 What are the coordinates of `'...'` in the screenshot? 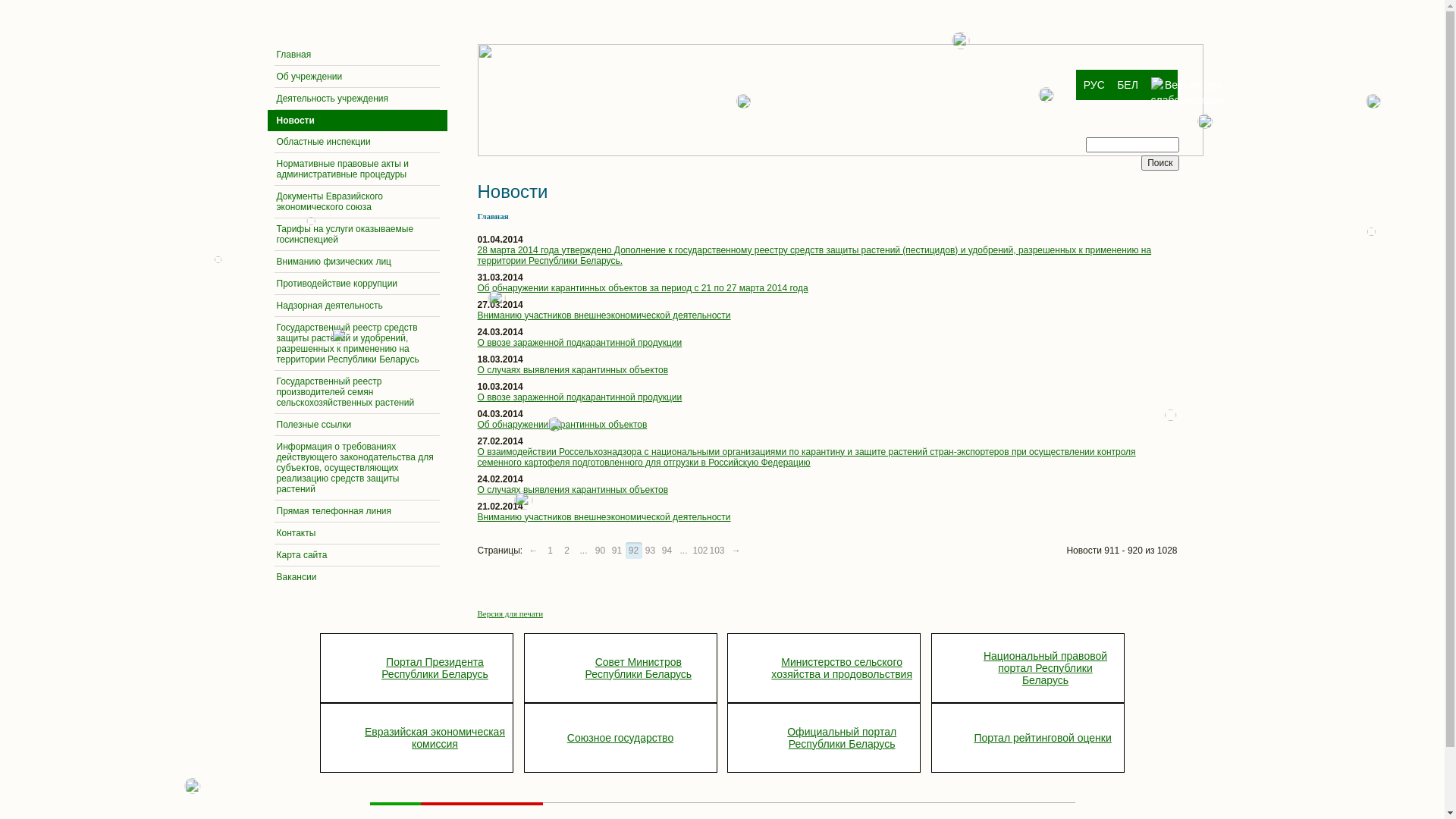 It's located at (582, 550).